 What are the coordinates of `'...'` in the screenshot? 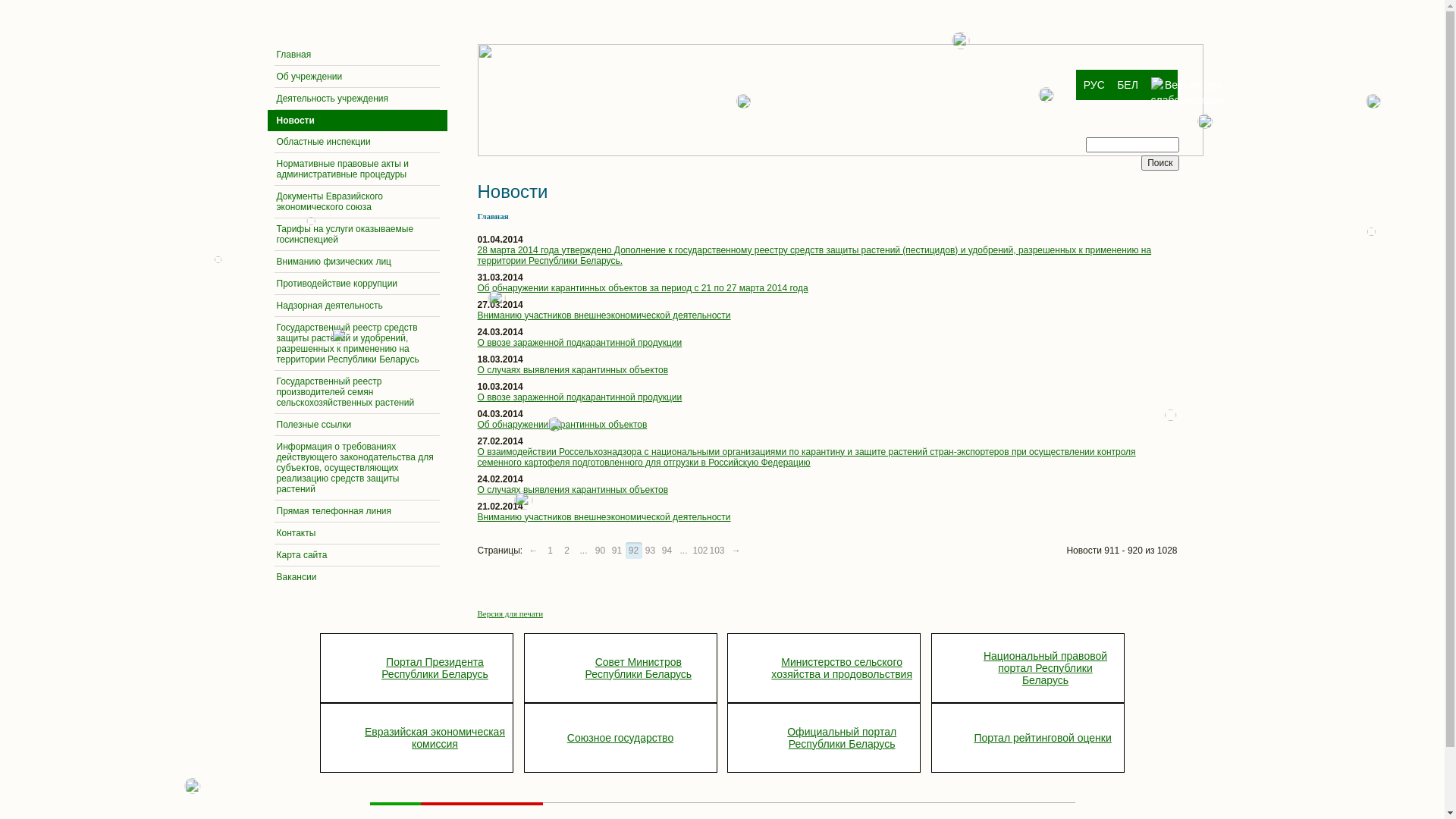 It's located at (582, 550).